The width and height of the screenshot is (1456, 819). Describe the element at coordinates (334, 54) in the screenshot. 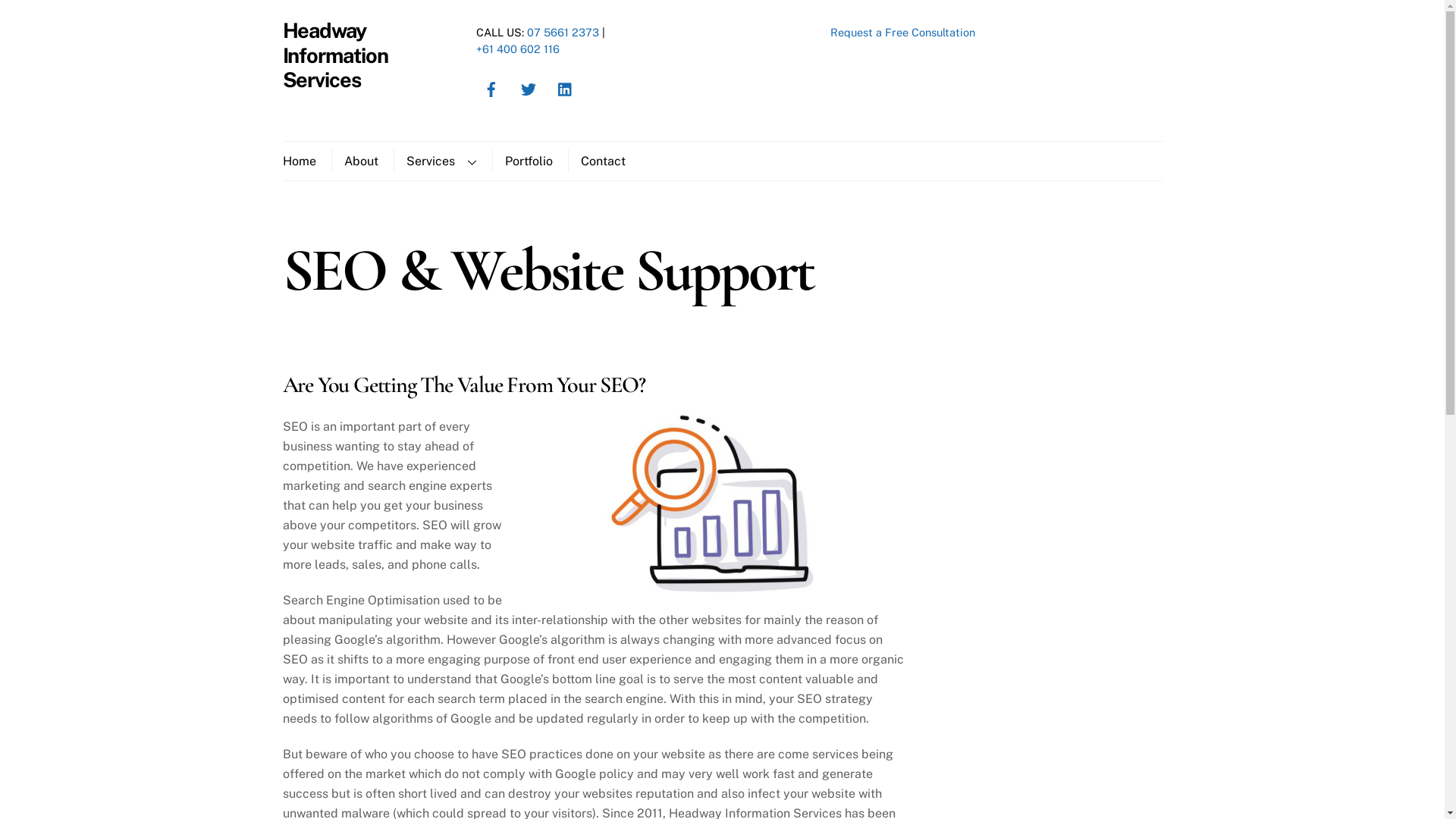

I see `'Headway Information Services'` at that location.